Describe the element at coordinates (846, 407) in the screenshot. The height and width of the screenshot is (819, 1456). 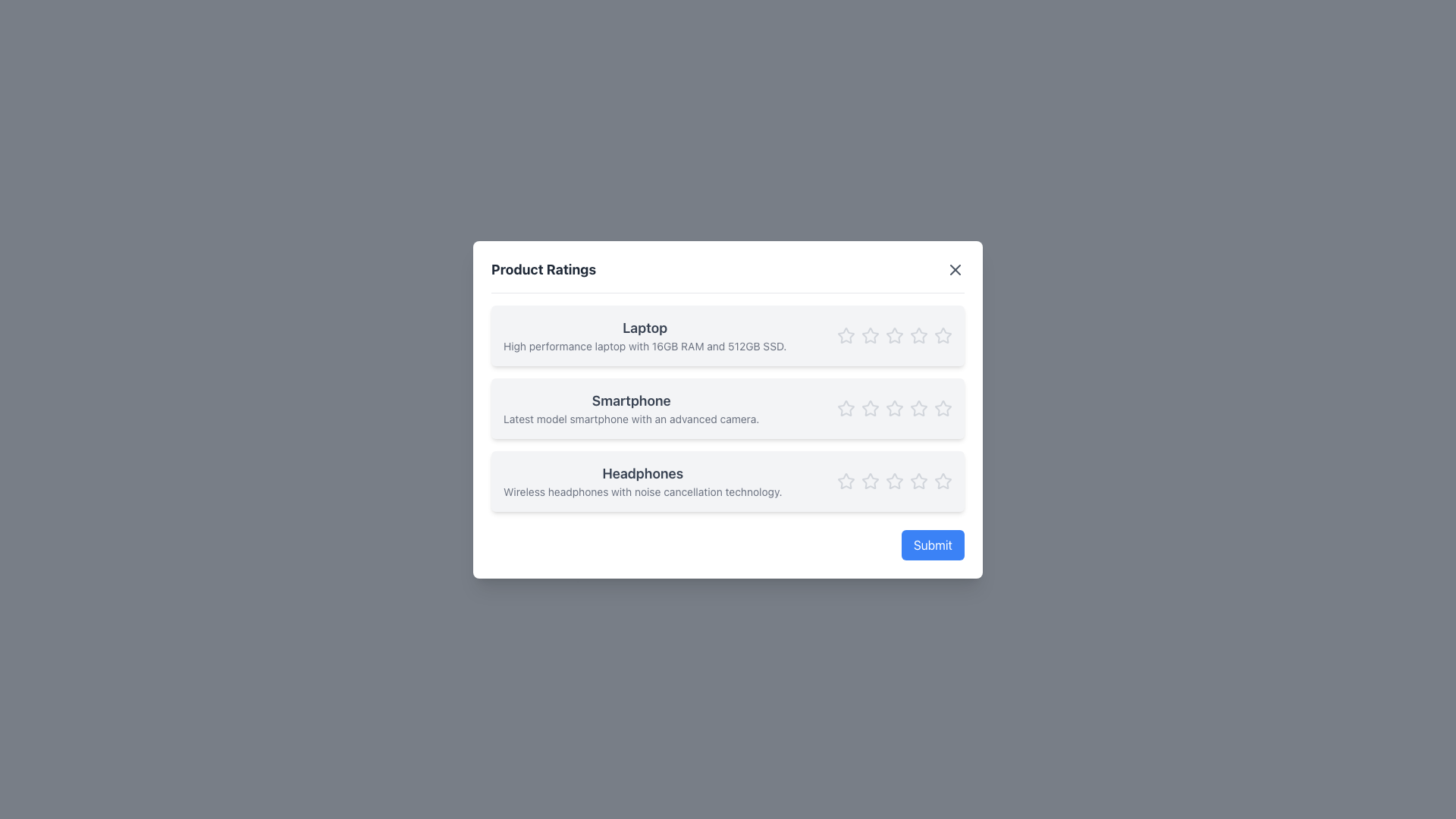
I see `the first star-shaped vector graphic representing a rating for the 'Smartphone' product` at that location.